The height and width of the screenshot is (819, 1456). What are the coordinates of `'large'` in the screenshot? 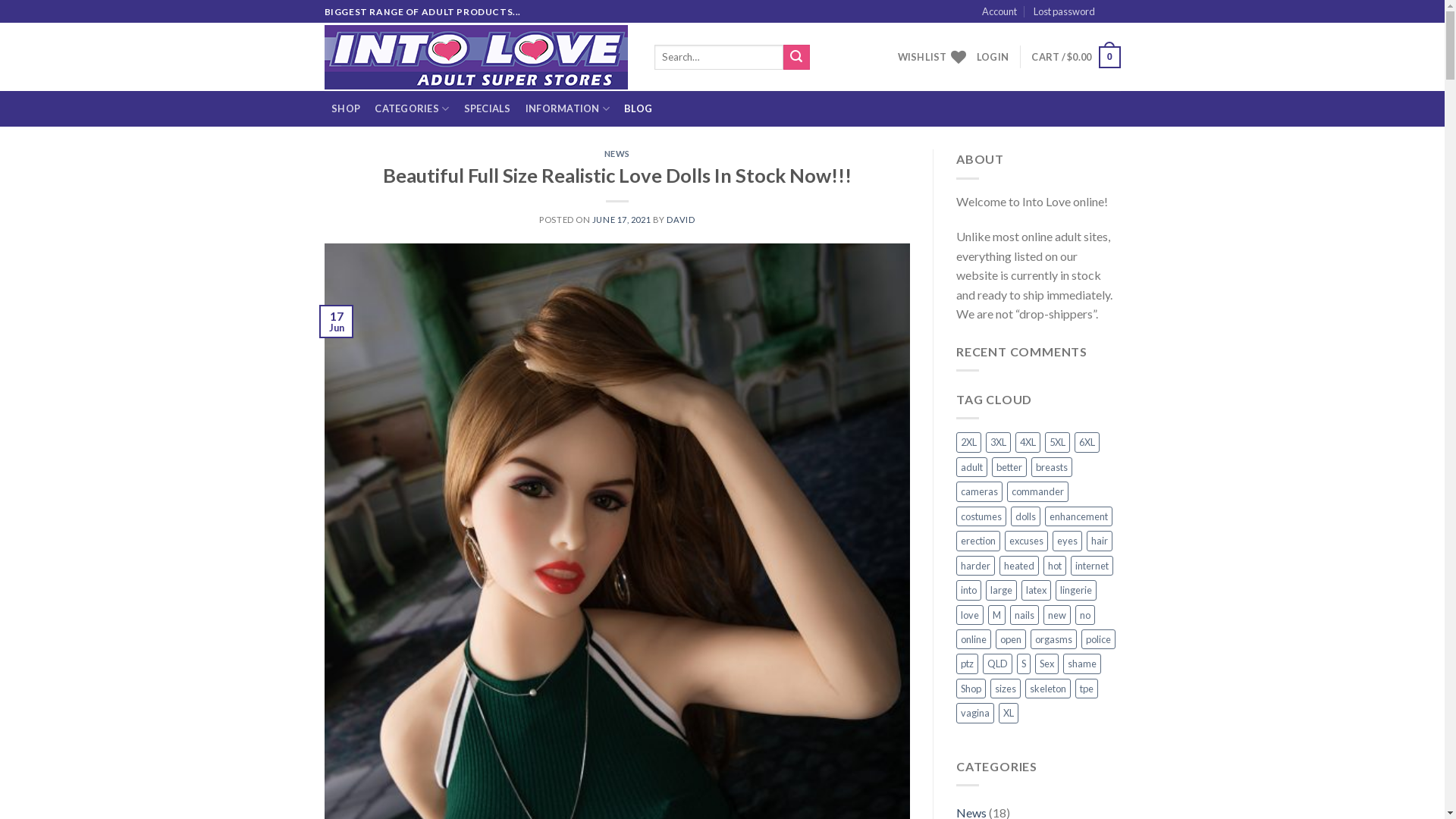 It's located at (1001, 589).